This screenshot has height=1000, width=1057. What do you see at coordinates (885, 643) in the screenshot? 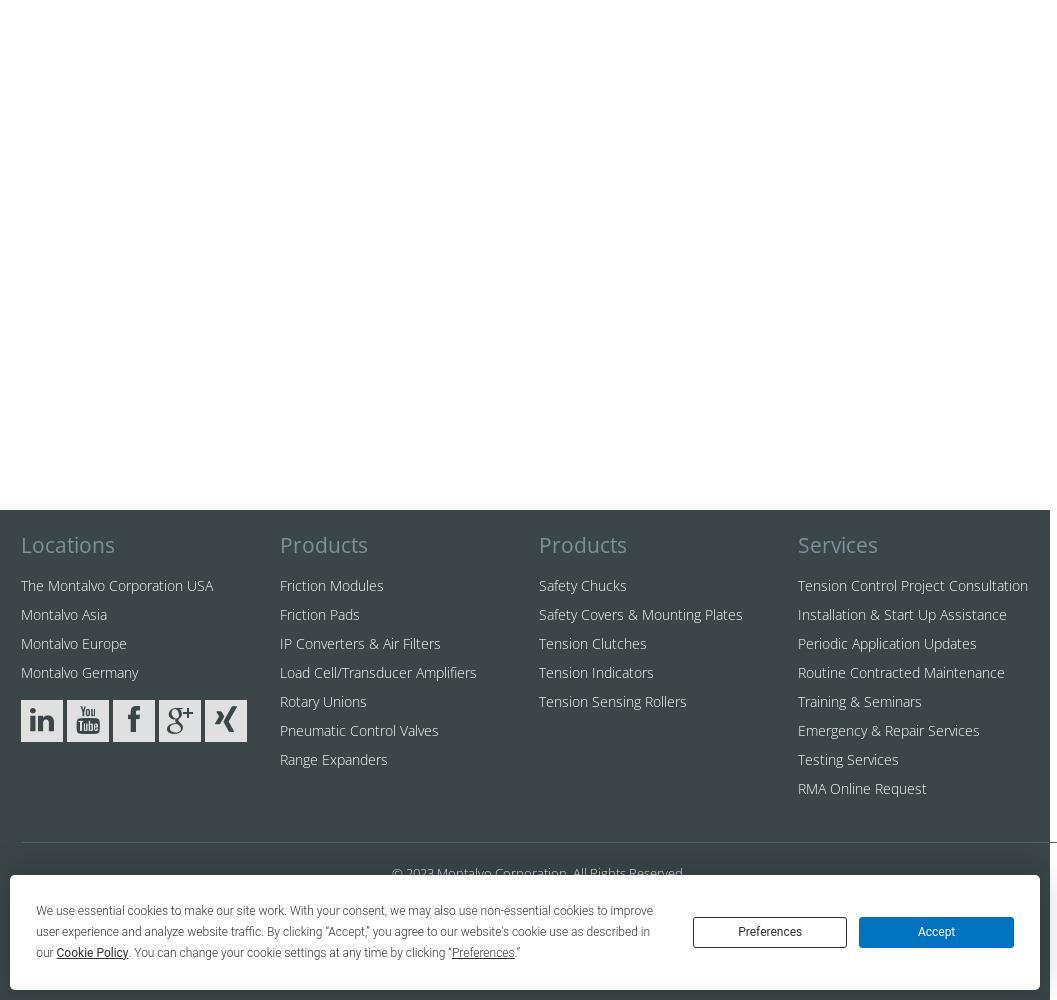
I see `'Periodic Application Updates'` at bounding box center [885, 643].